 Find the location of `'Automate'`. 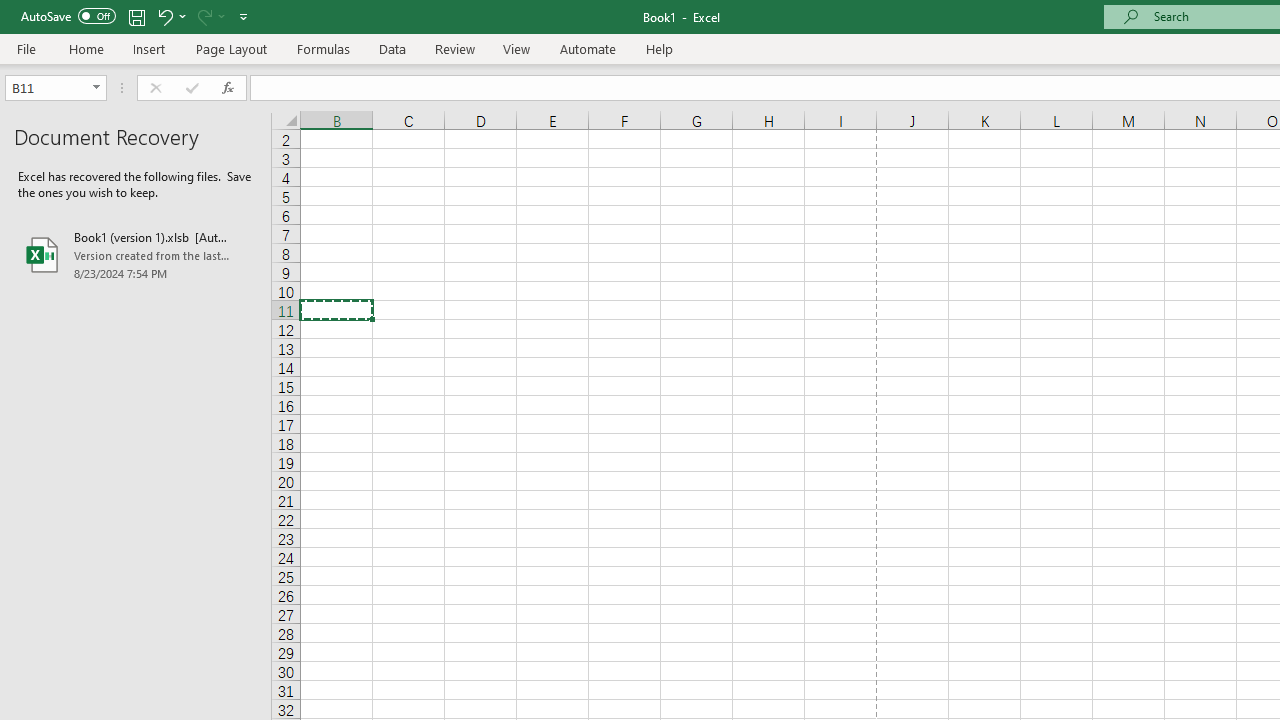

'Automate' is located at coordinates (587, 48).